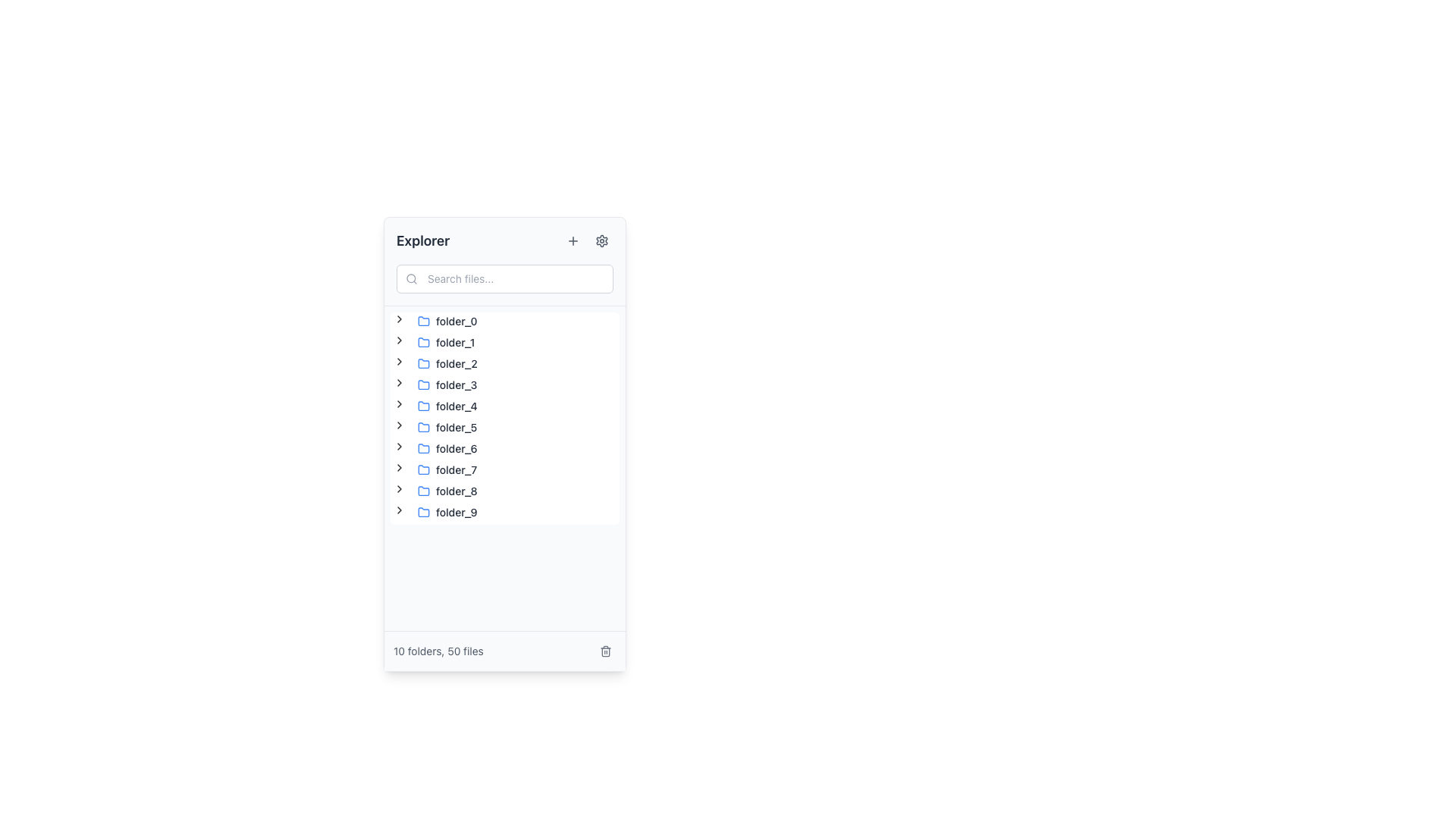 This screenshot has width=1456, height=819. Describe the element at coordinates (455, 447) in the screenshot. I see `the label representing the folder named 'folder_6'` at that location.